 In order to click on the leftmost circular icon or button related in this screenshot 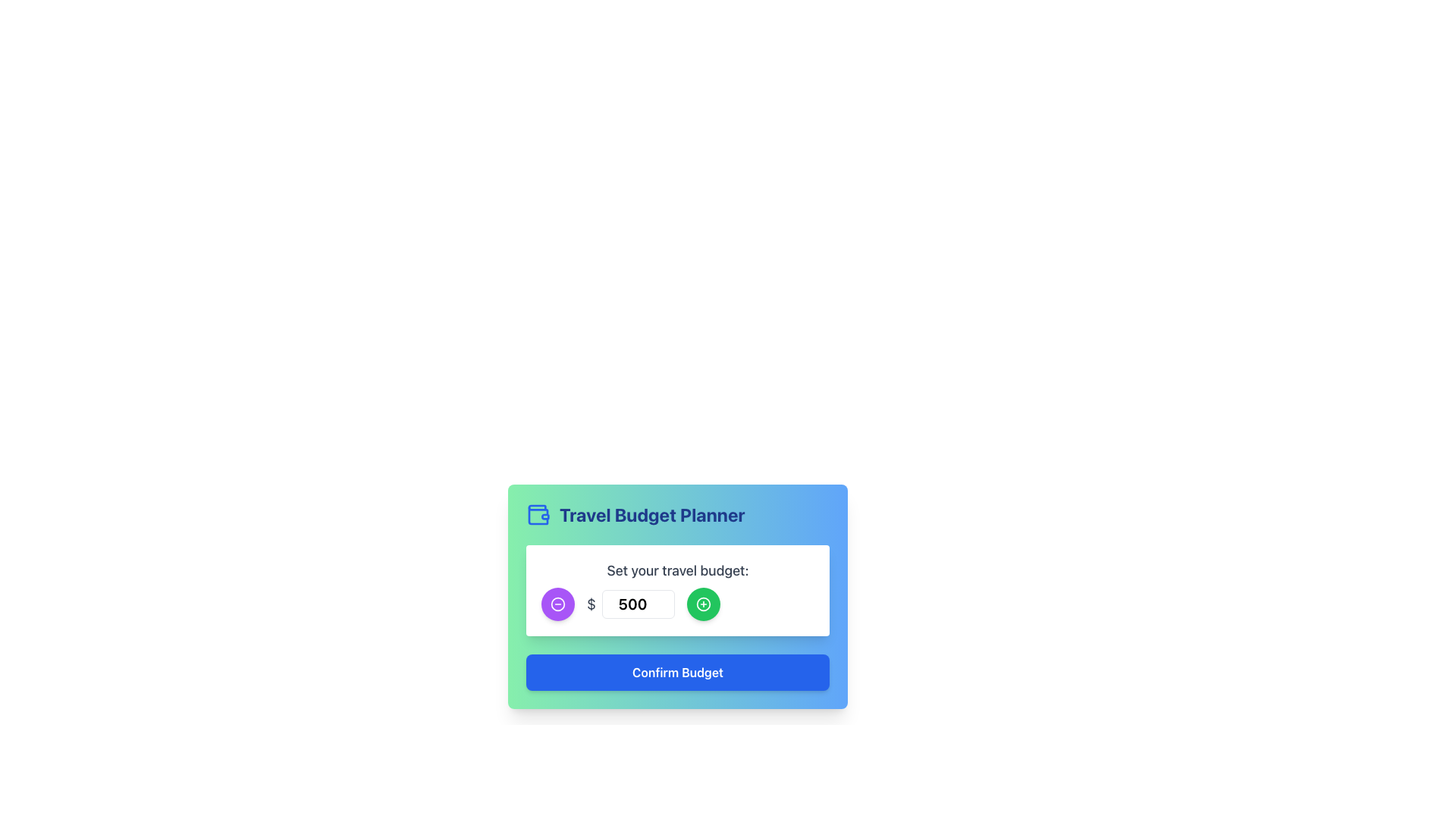, I will do `click(557, 604)`.